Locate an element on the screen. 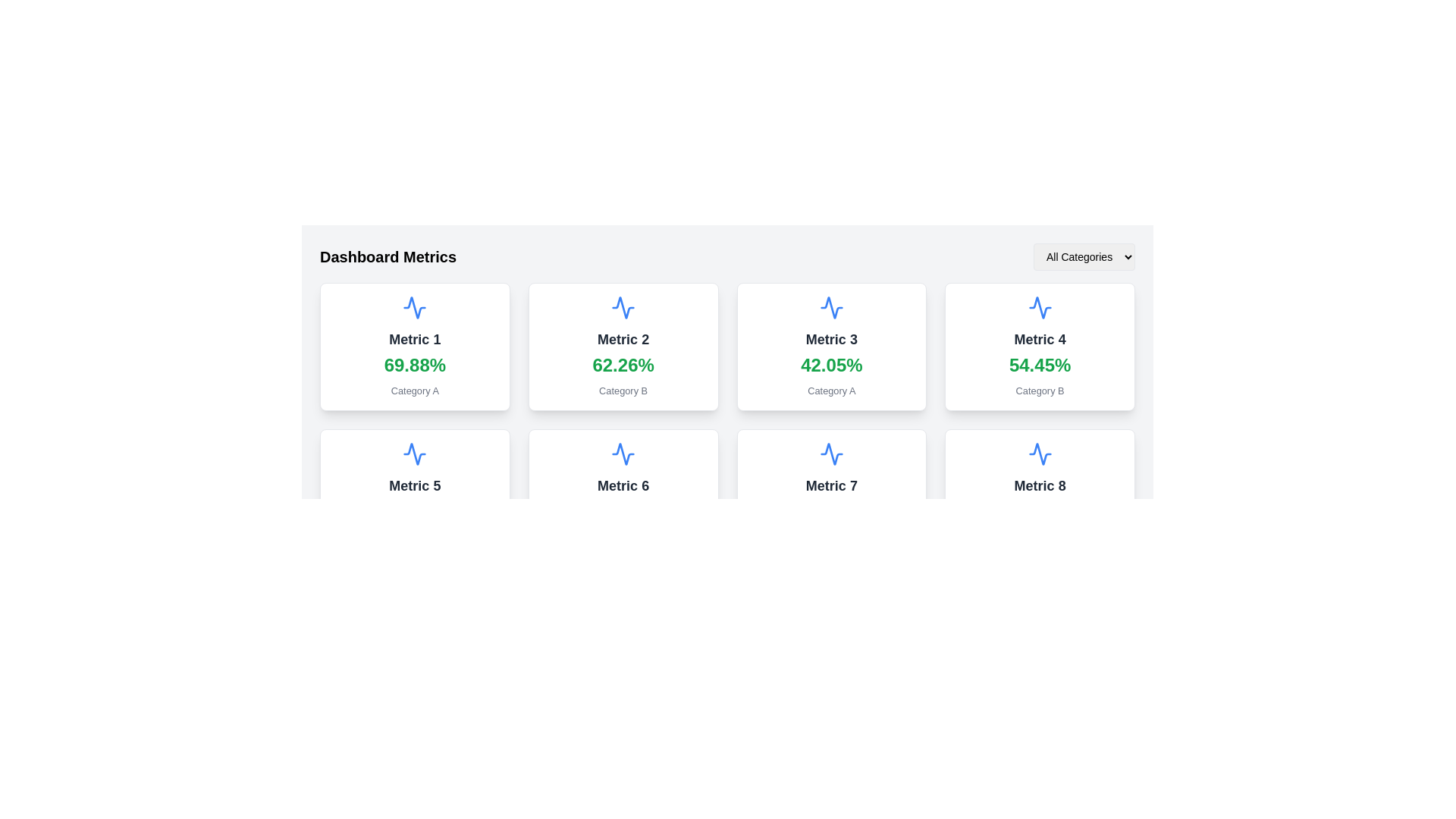  the blue line chart-like icon representing the ECG monitor signal, located above the text 'Metric 4' and '54.45% Category B' in the card layout is located at coordinates (1039, 307).